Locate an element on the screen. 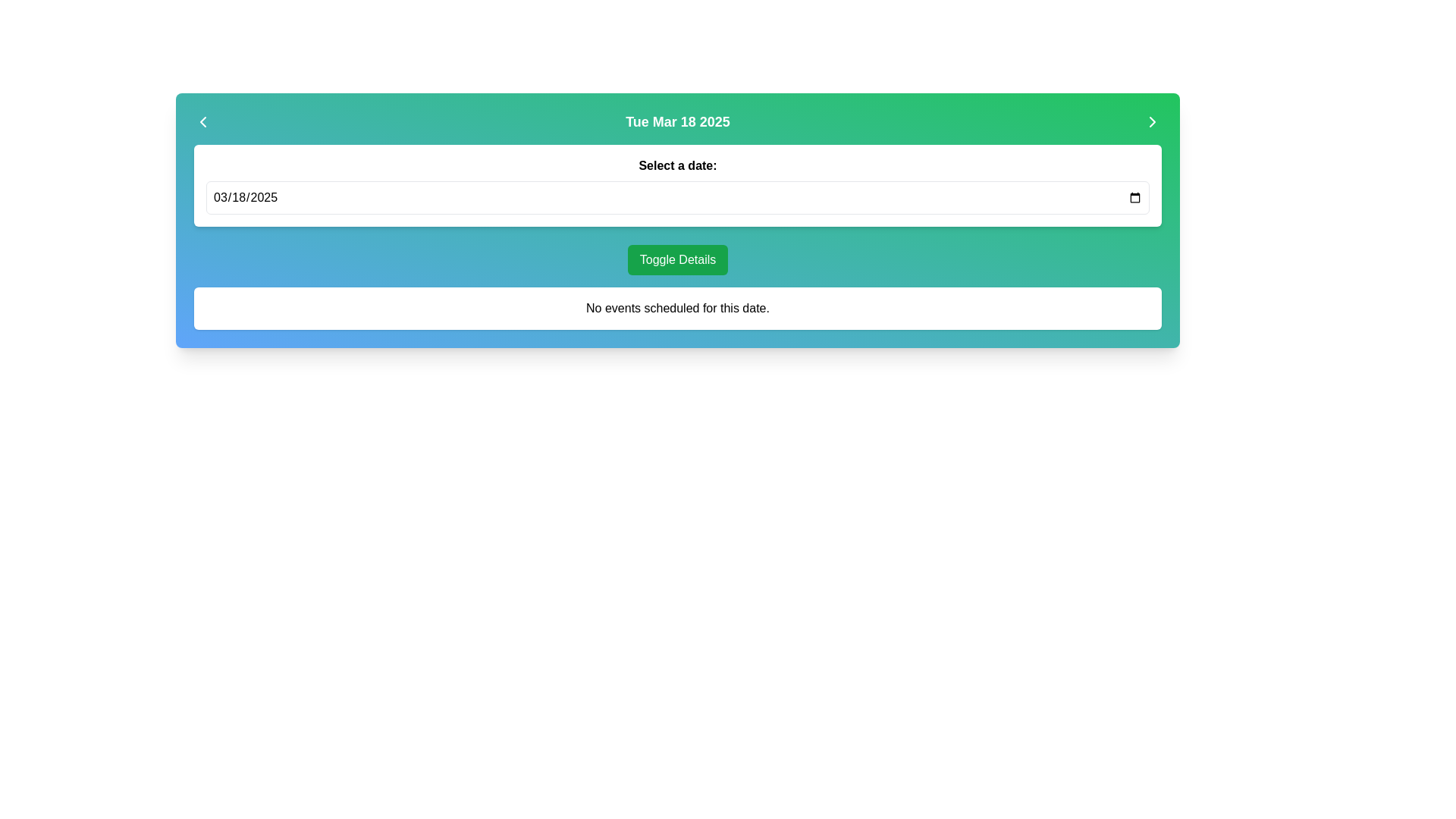 This screenshot has width=1456, height=819. the Date input field located below the title 'Select a date:', allowing the user to edit the date directly via keyboard navigation is located at coordinates (676, 197).